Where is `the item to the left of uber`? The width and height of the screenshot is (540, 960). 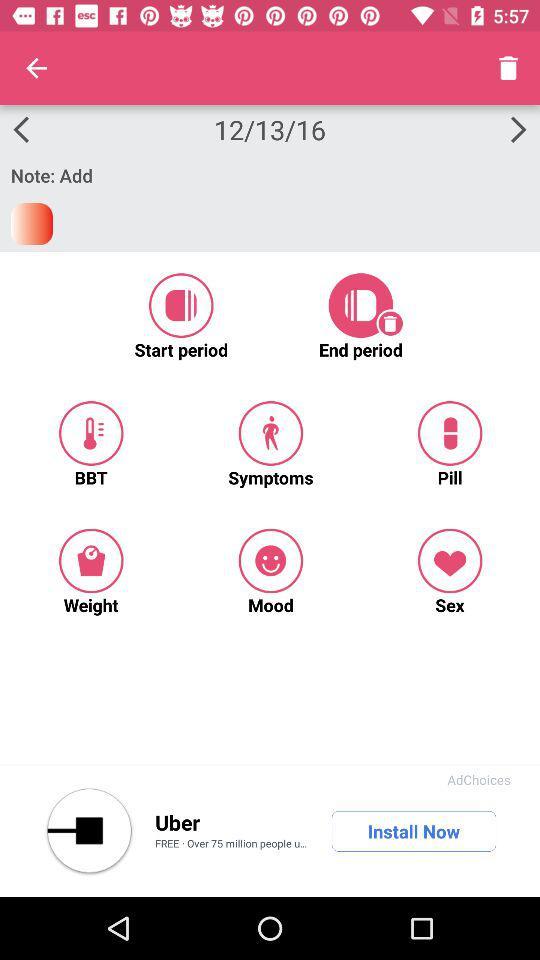 the item to the left of uber is located at coordinates (88, 831).